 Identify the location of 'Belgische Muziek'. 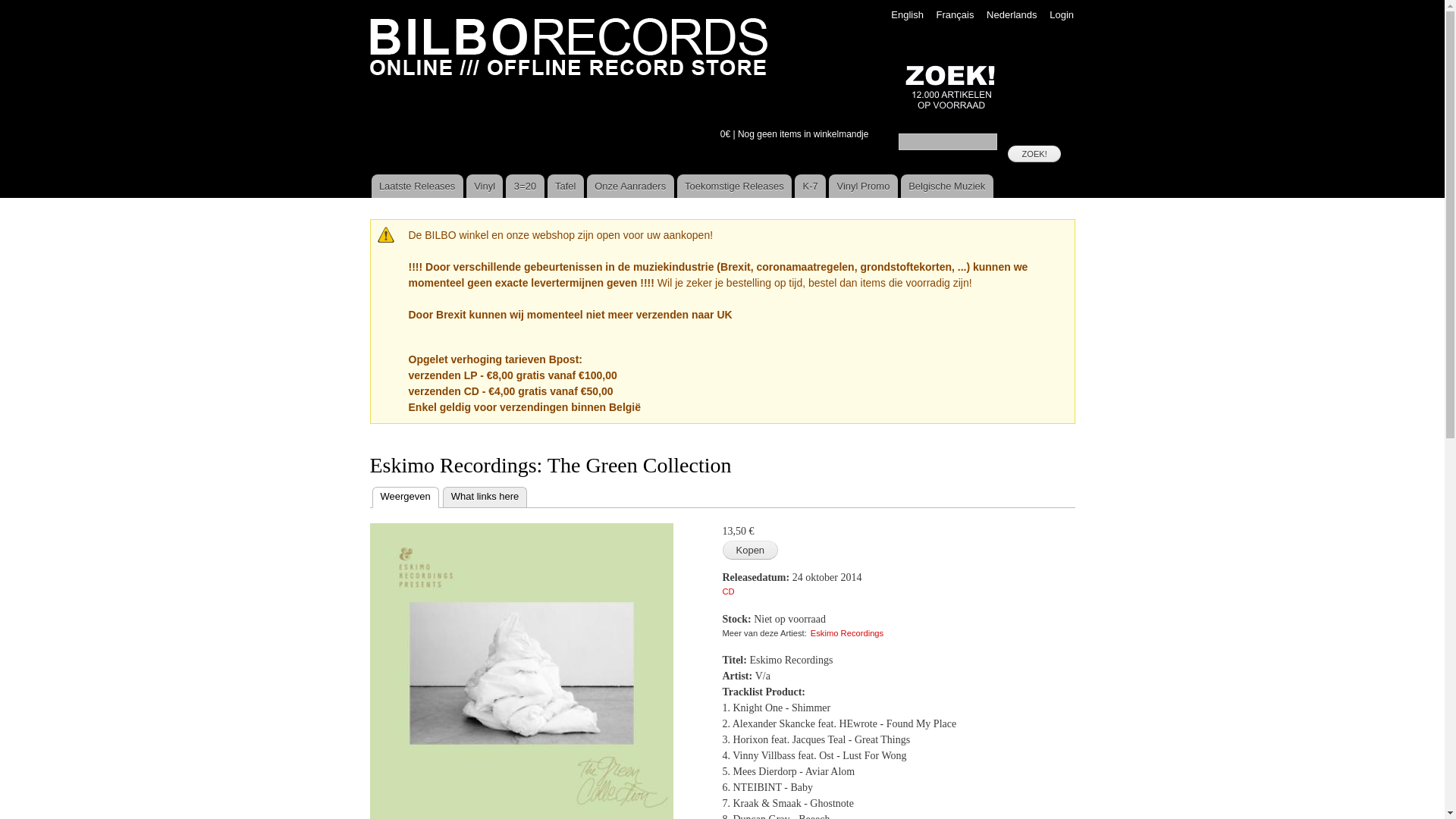
(946, 185).